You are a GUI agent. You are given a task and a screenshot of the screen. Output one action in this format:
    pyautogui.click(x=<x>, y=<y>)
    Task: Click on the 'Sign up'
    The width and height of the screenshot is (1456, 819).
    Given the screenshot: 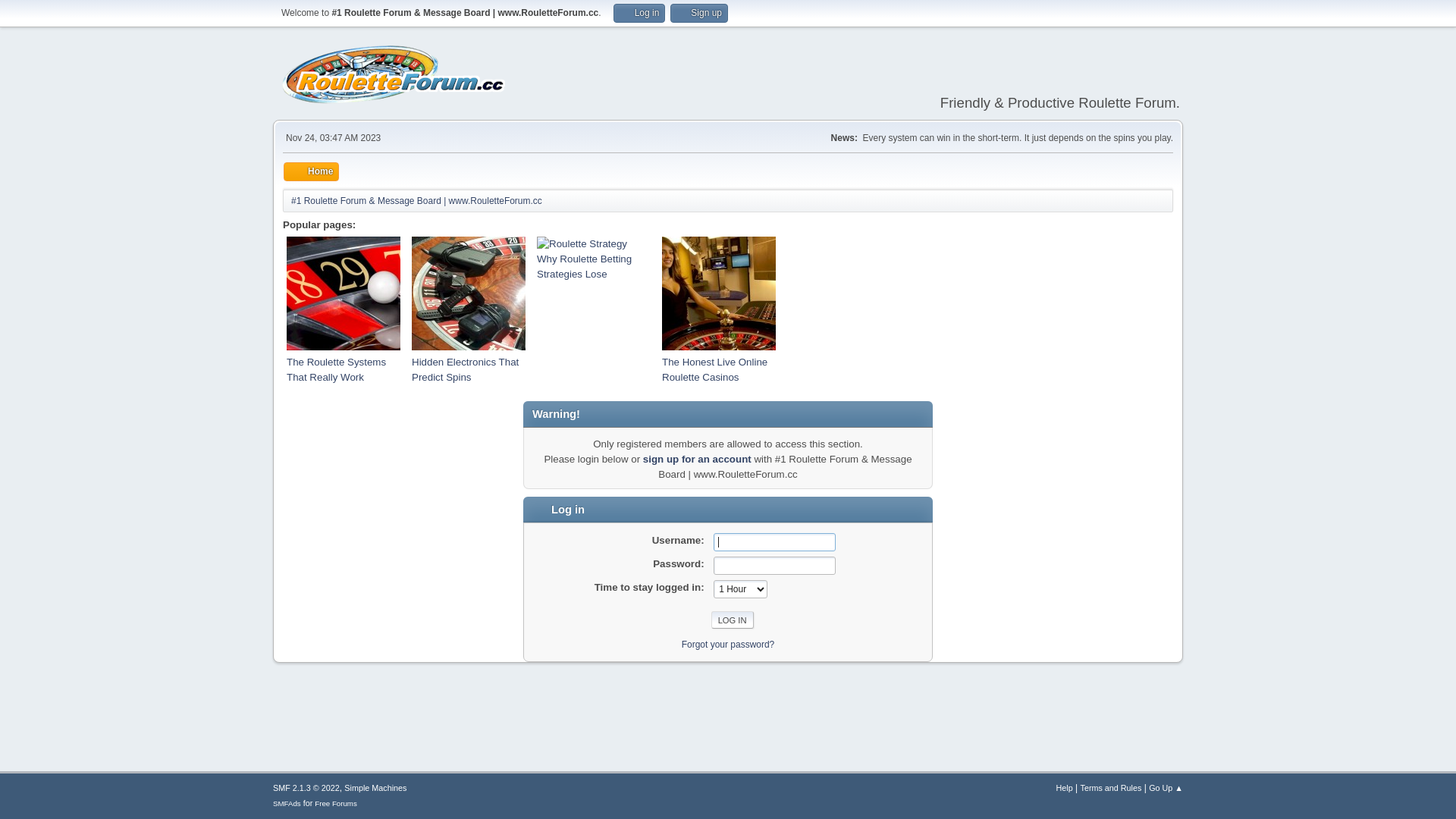 What is the action you would take?
    pyautogui.click(x=698, y=13)
    